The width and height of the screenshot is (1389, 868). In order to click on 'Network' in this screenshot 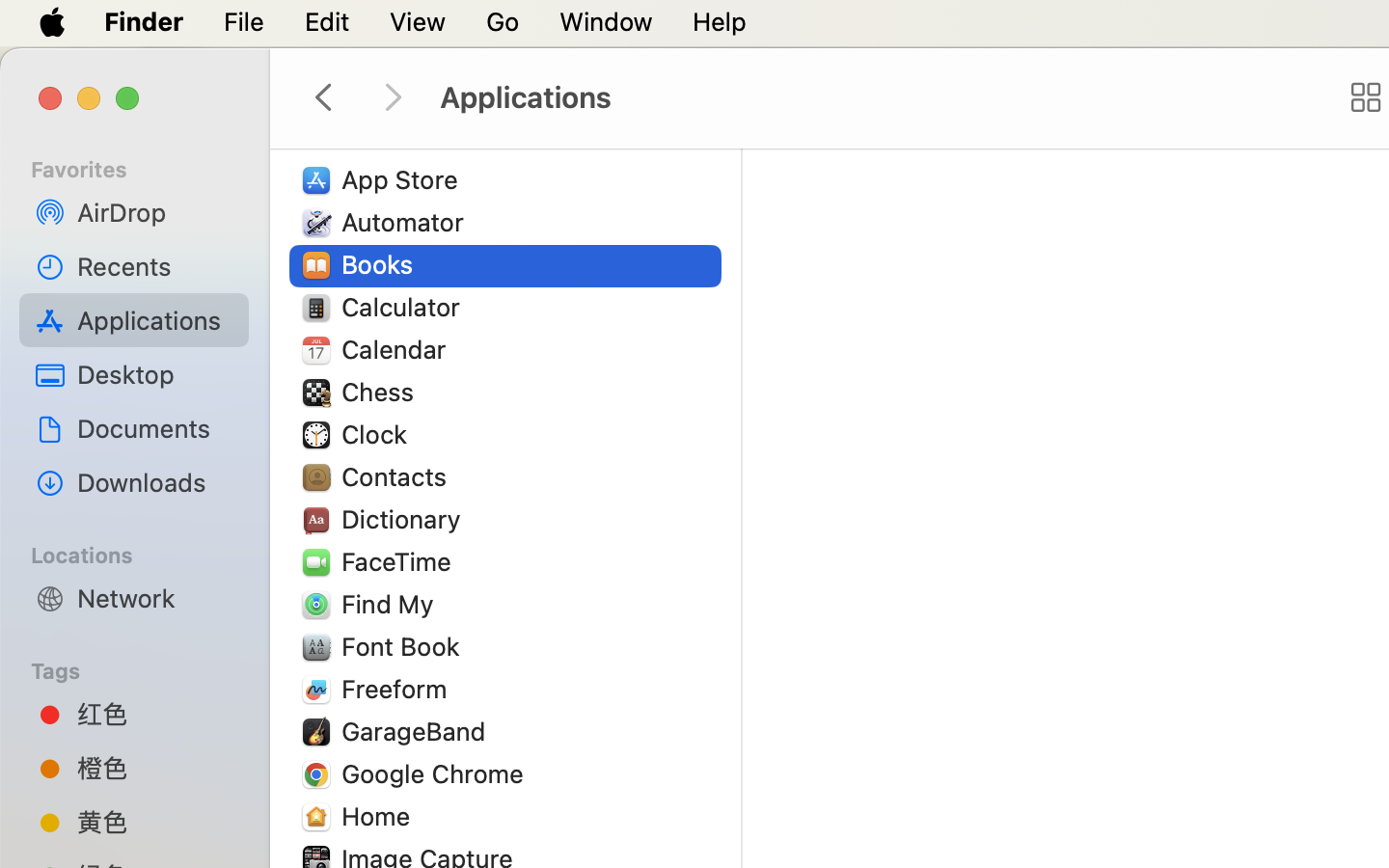, I will do `click(153, 598)`.